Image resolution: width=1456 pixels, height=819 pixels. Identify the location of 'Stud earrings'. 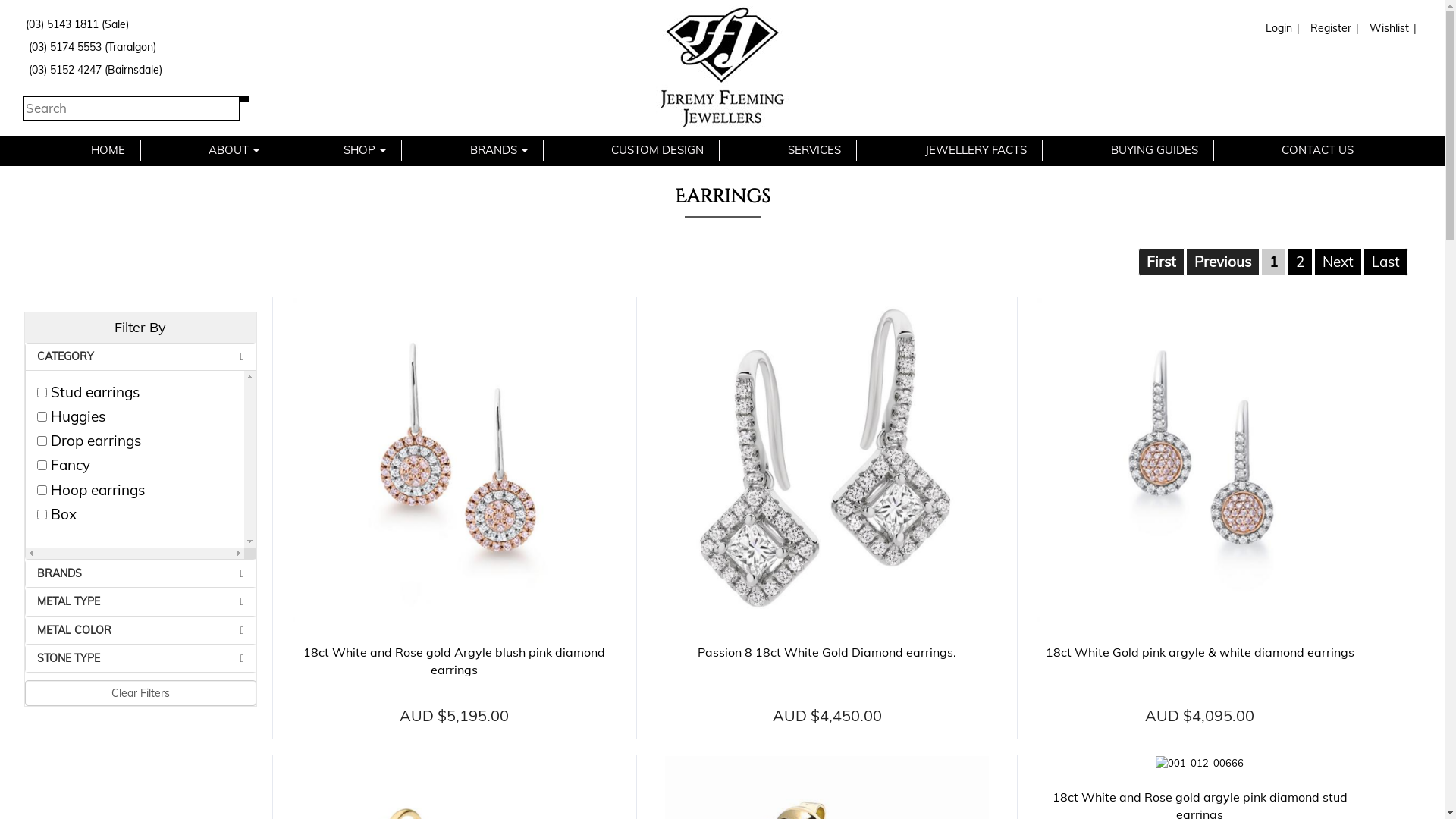
(42, 391).